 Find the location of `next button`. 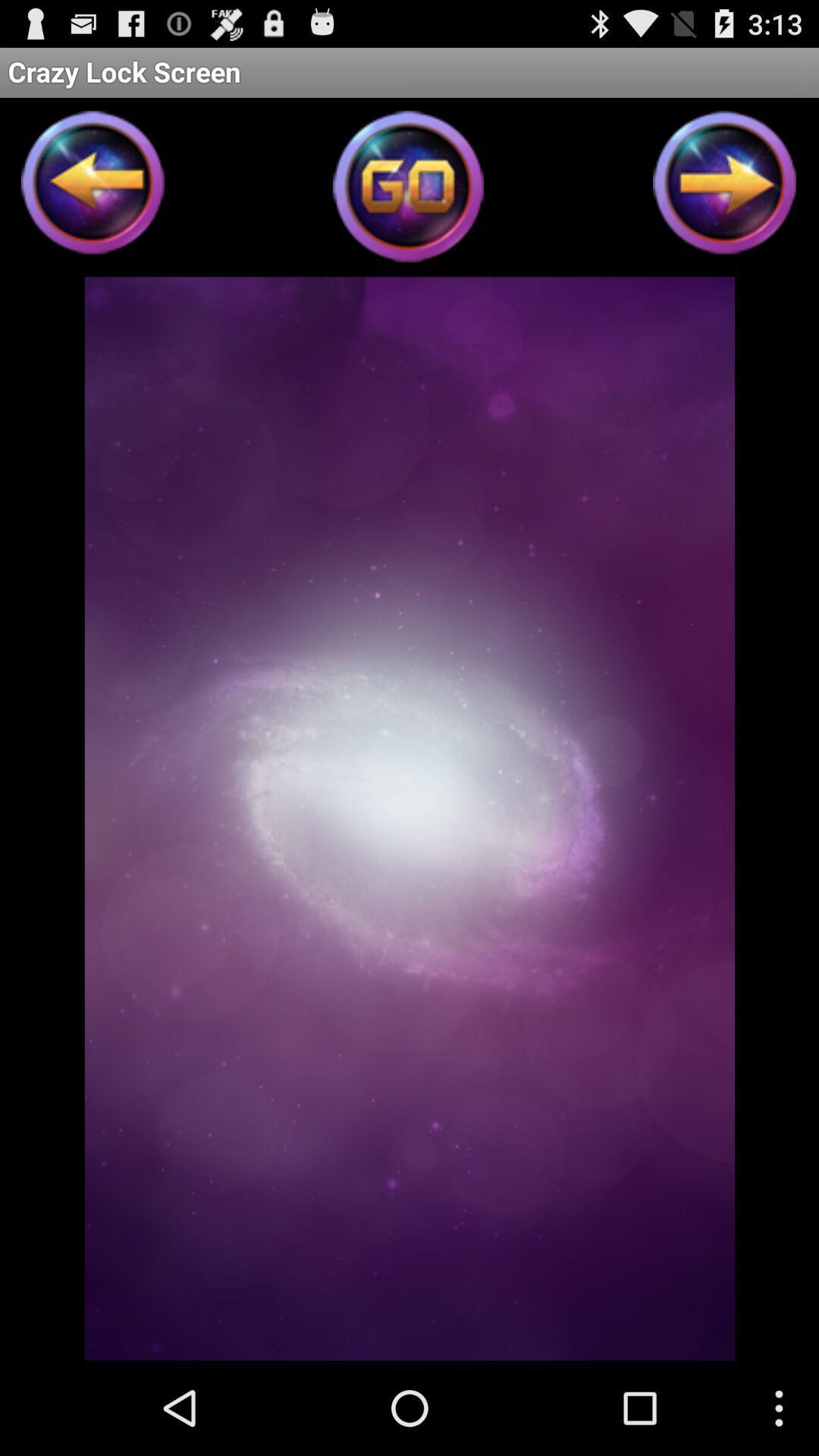

next button is located at coordinates (724, 187).